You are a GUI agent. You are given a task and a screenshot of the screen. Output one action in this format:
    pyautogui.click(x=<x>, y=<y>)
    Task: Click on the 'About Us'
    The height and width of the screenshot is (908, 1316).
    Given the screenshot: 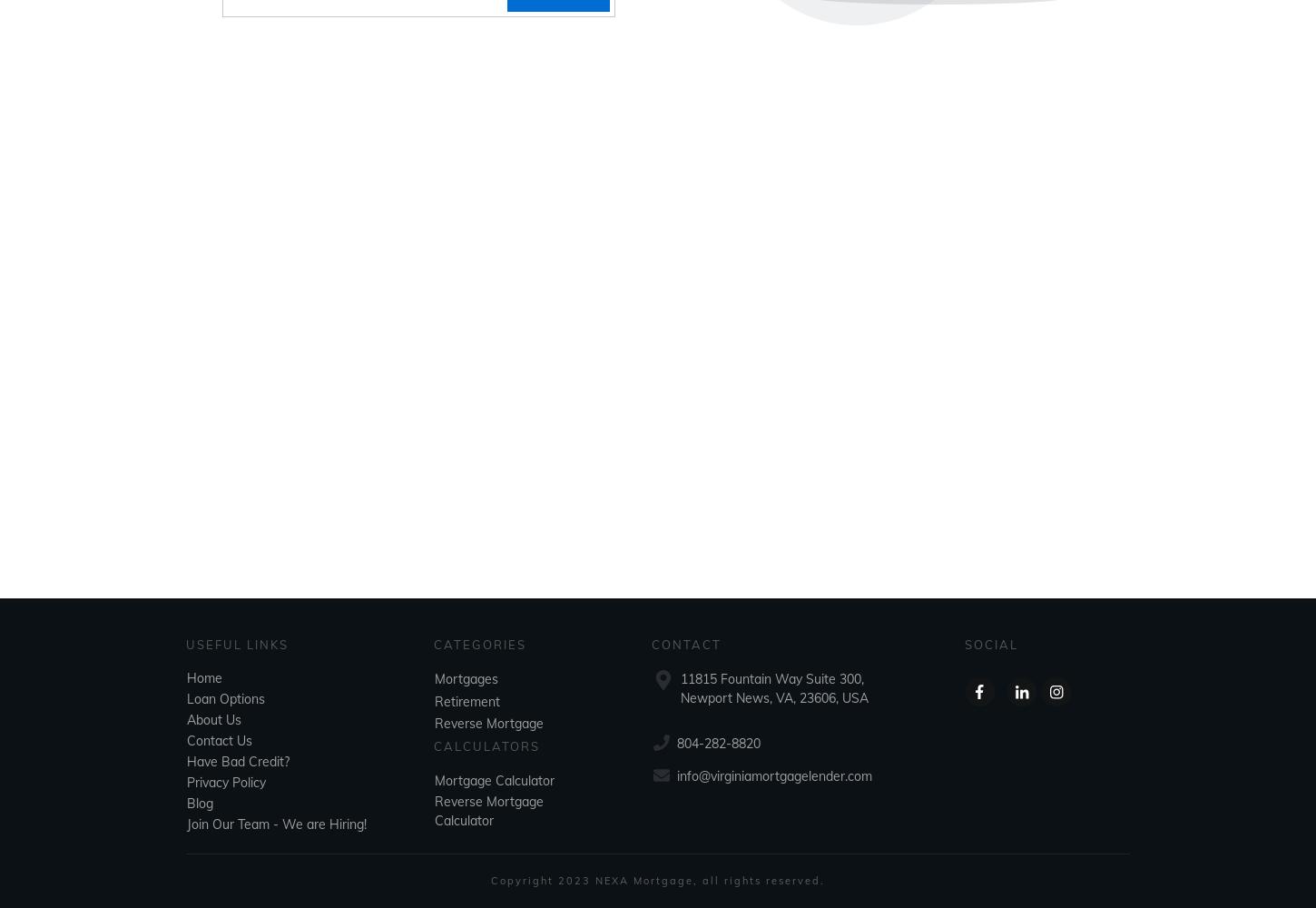 What is the action you would take?
    pyautogui.click(x=213, y=720)
    